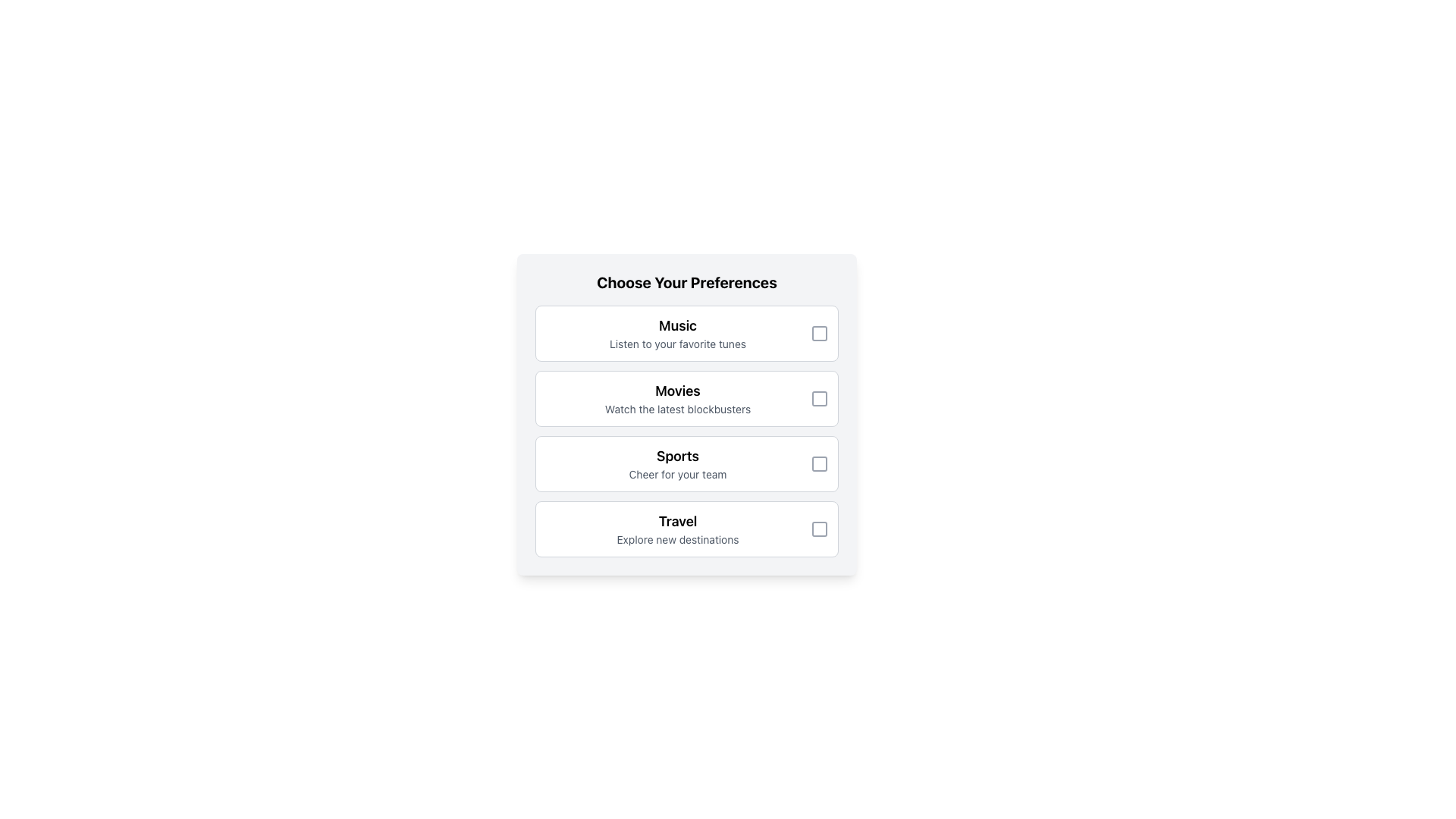  Describe the element at coordinates (676, 539) in the screenshot. I see `the informative Text Label located beneath the 'Travel' label in the fourth option block of the preference selection interface` at that location.